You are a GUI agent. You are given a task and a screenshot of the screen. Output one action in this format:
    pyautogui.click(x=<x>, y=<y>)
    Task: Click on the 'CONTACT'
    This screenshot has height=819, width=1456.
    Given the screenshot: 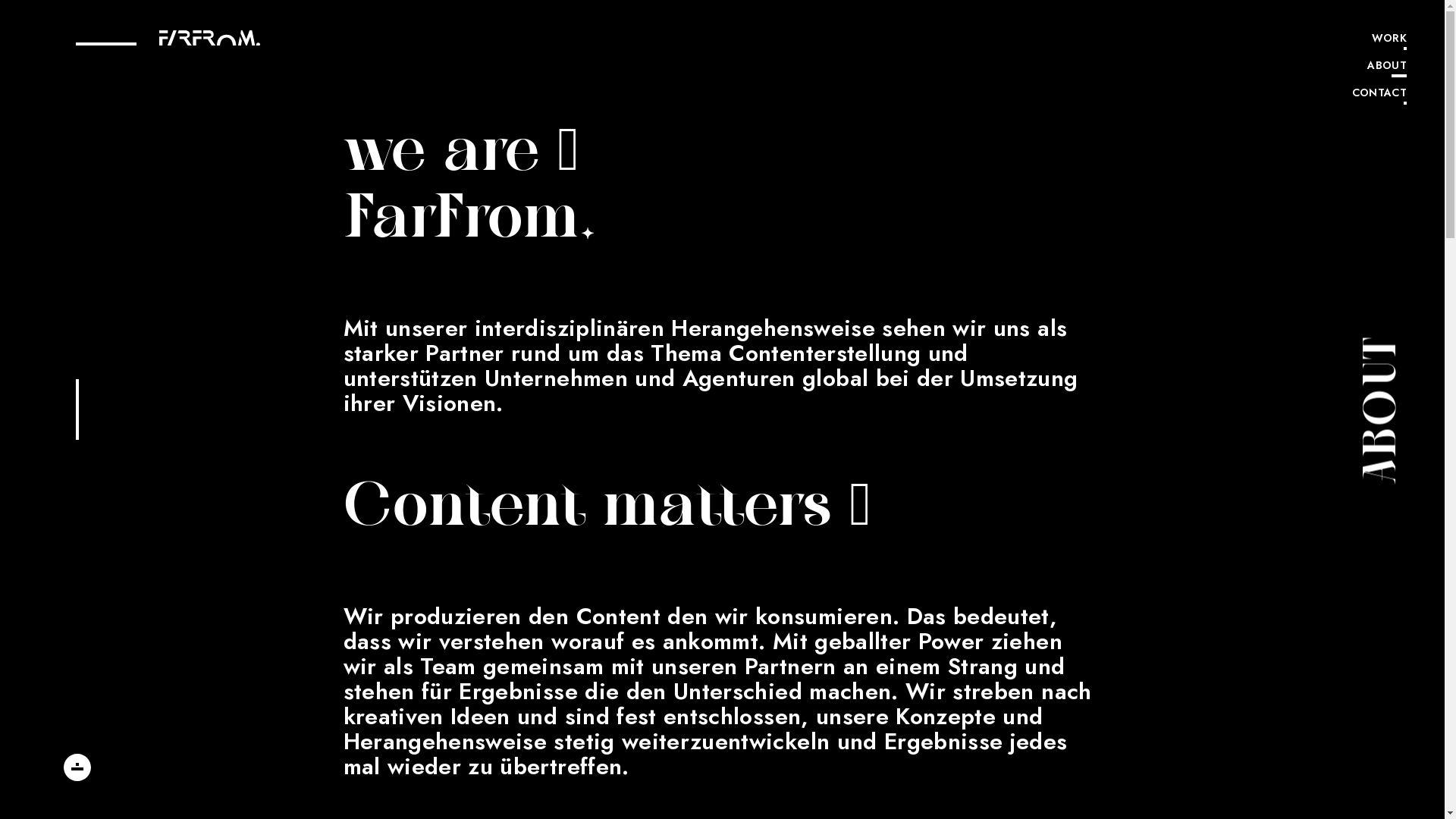 What is the action you would take?
    pyautogui.click(x=1351, y=94)
    